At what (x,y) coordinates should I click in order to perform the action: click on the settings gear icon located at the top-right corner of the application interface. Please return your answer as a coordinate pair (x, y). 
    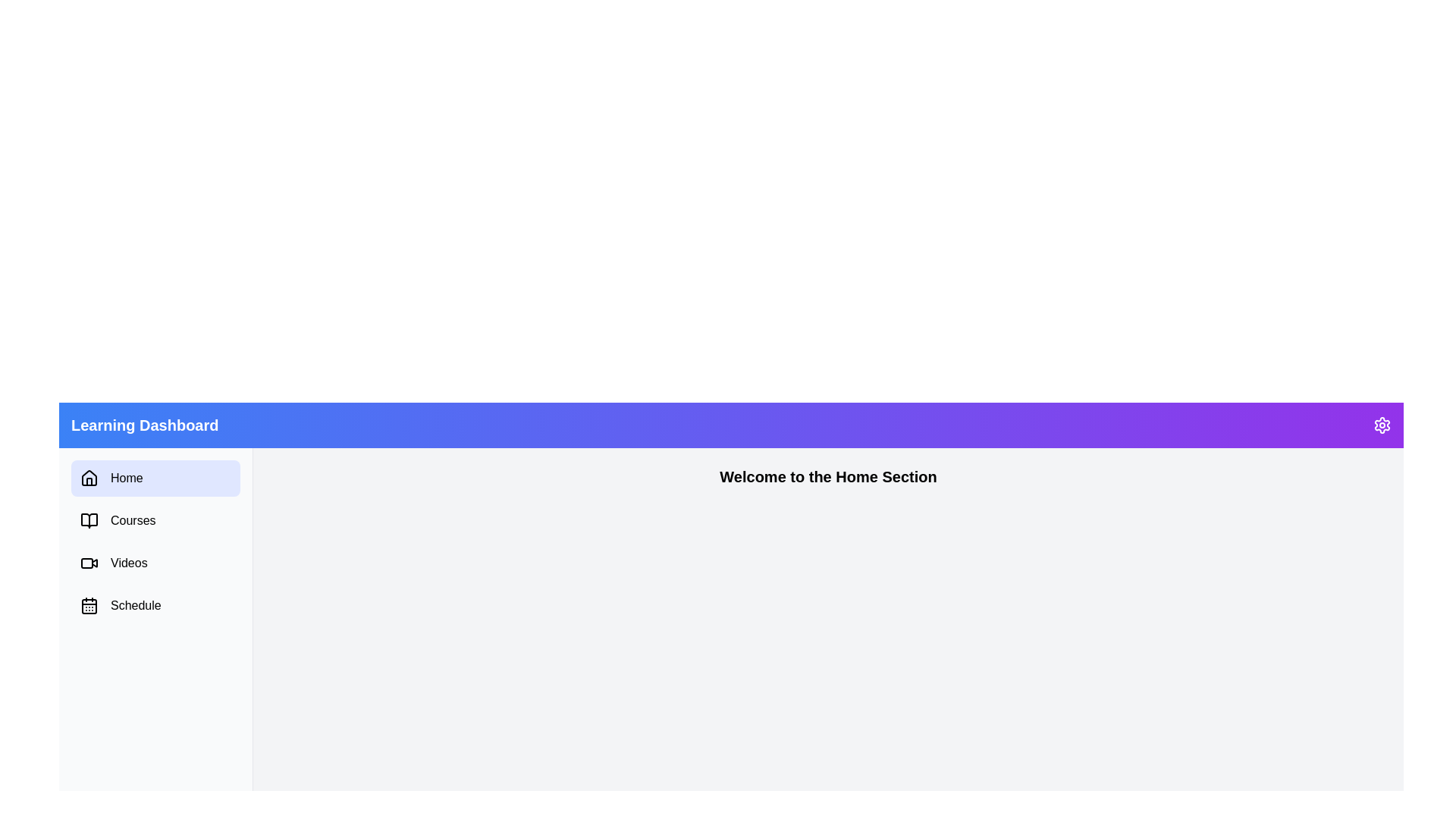
    Looking at the image, I should click on (1382, 425).